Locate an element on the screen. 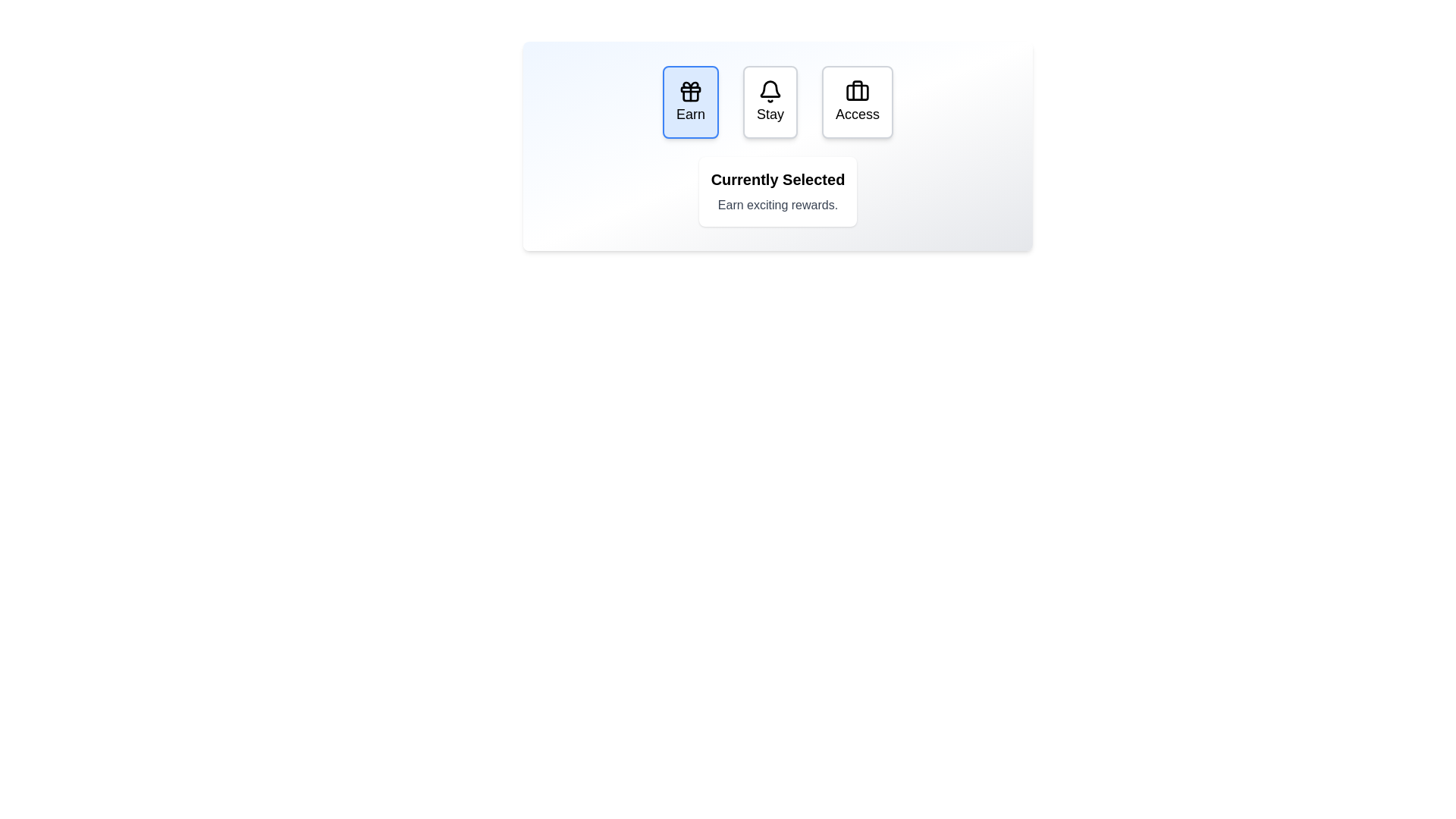 The image size is (1456, 819). the 'Access' button, which is the third card in a horizontal row of three cards, to trigger a secondary action is located at coordinates (858, 102).